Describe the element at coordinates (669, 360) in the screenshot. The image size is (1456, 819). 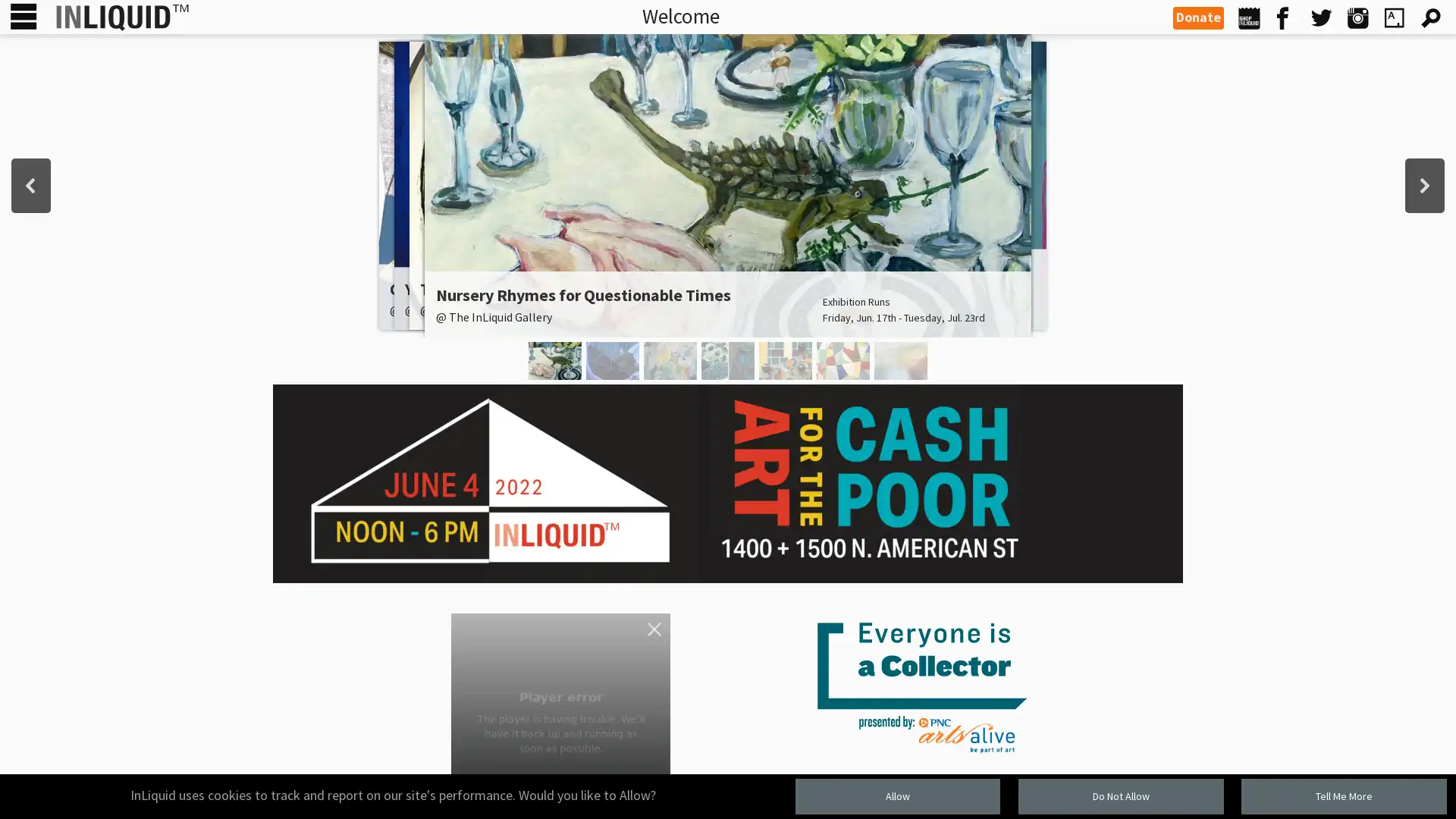
I see `idyll` at that location.